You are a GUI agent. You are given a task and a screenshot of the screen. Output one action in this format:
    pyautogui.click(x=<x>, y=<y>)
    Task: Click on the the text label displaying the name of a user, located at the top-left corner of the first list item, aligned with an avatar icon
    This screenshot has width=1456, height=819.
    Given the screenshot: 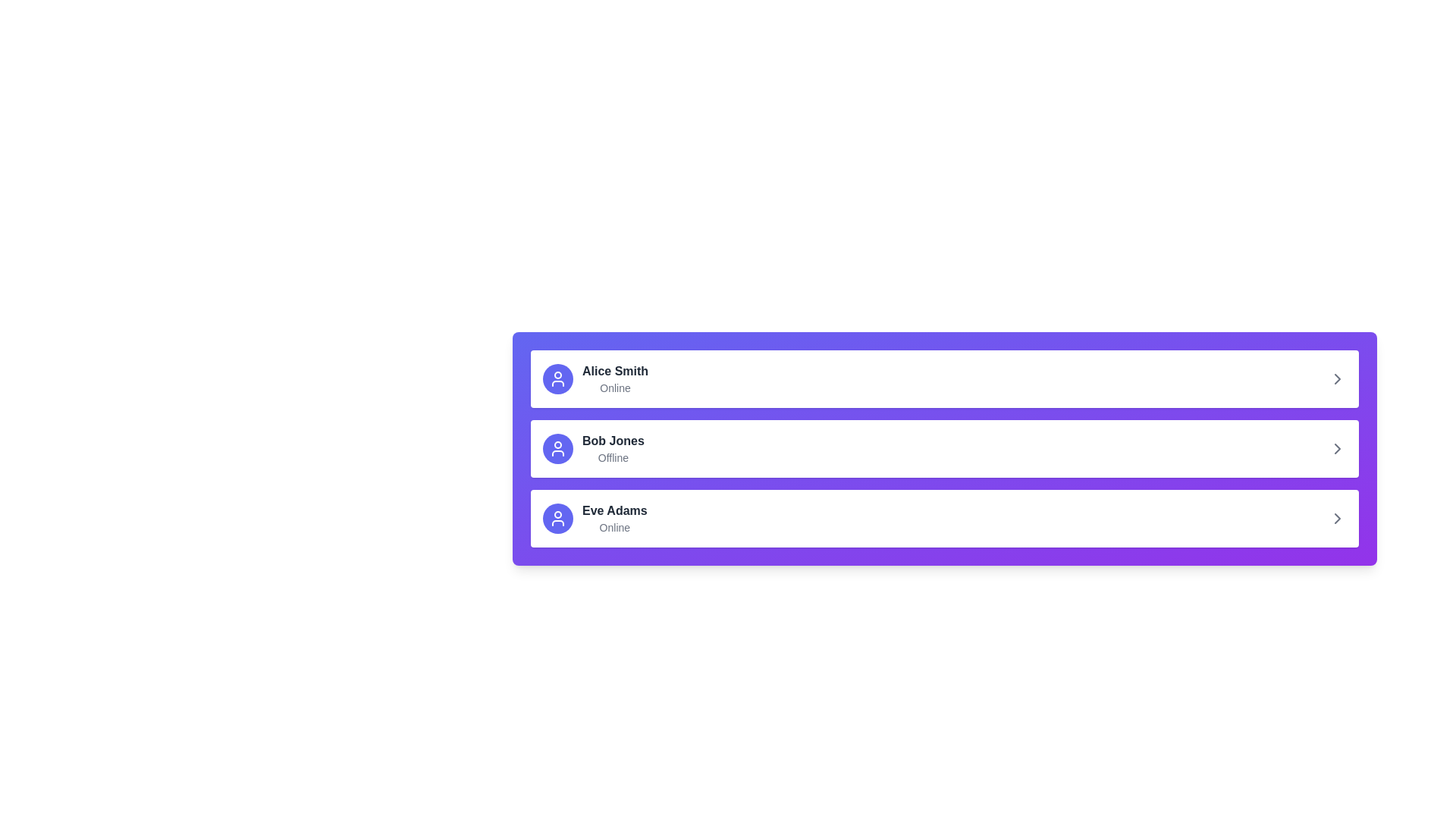 What is the action you would take?
    pyautogui.click(x=615, y=371)
    